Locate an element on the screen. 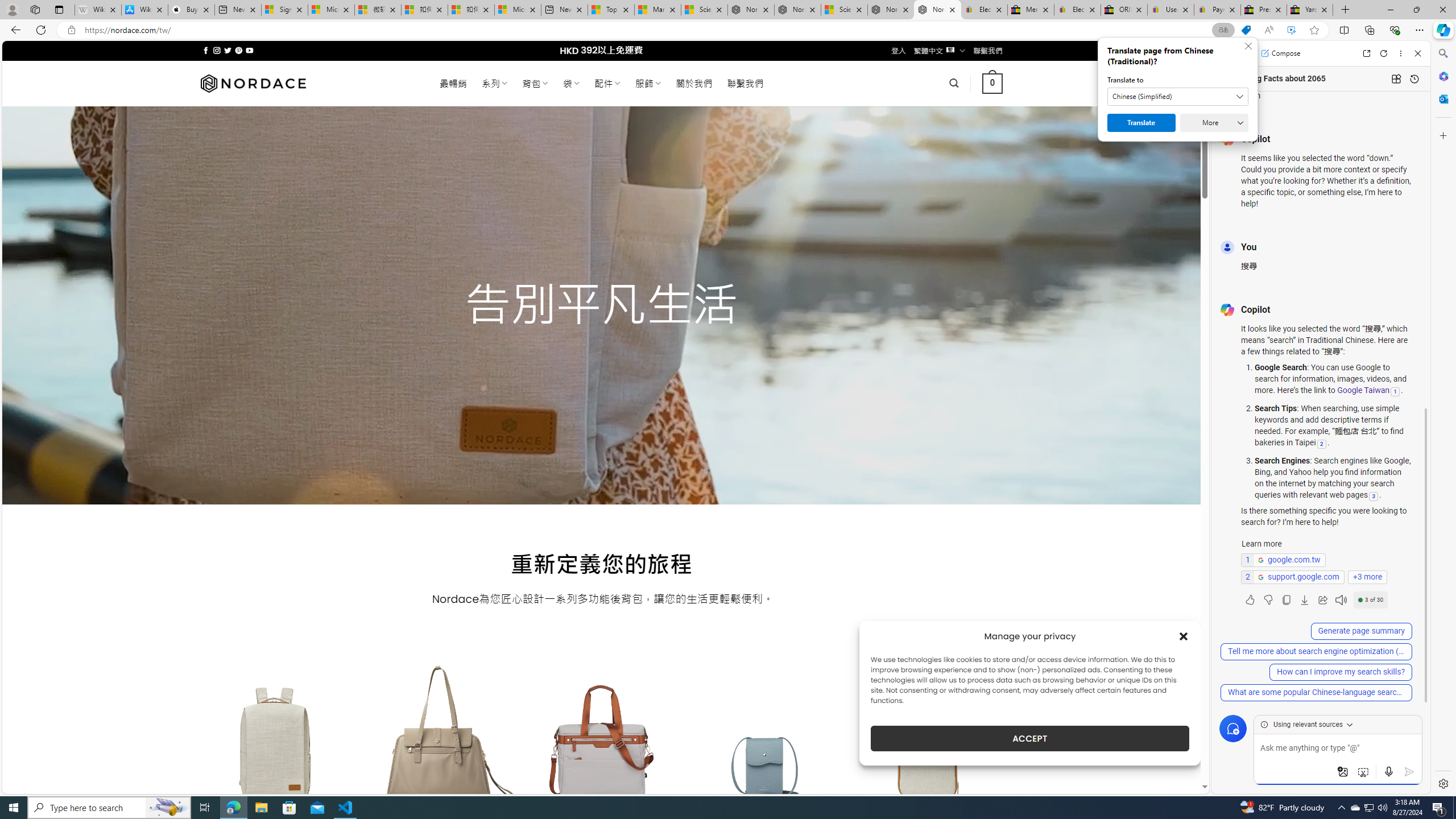 This screenshot has width=1456, height=819. 'Nordace - Summer Adventures 2024' is located at coordinates (890, 9).